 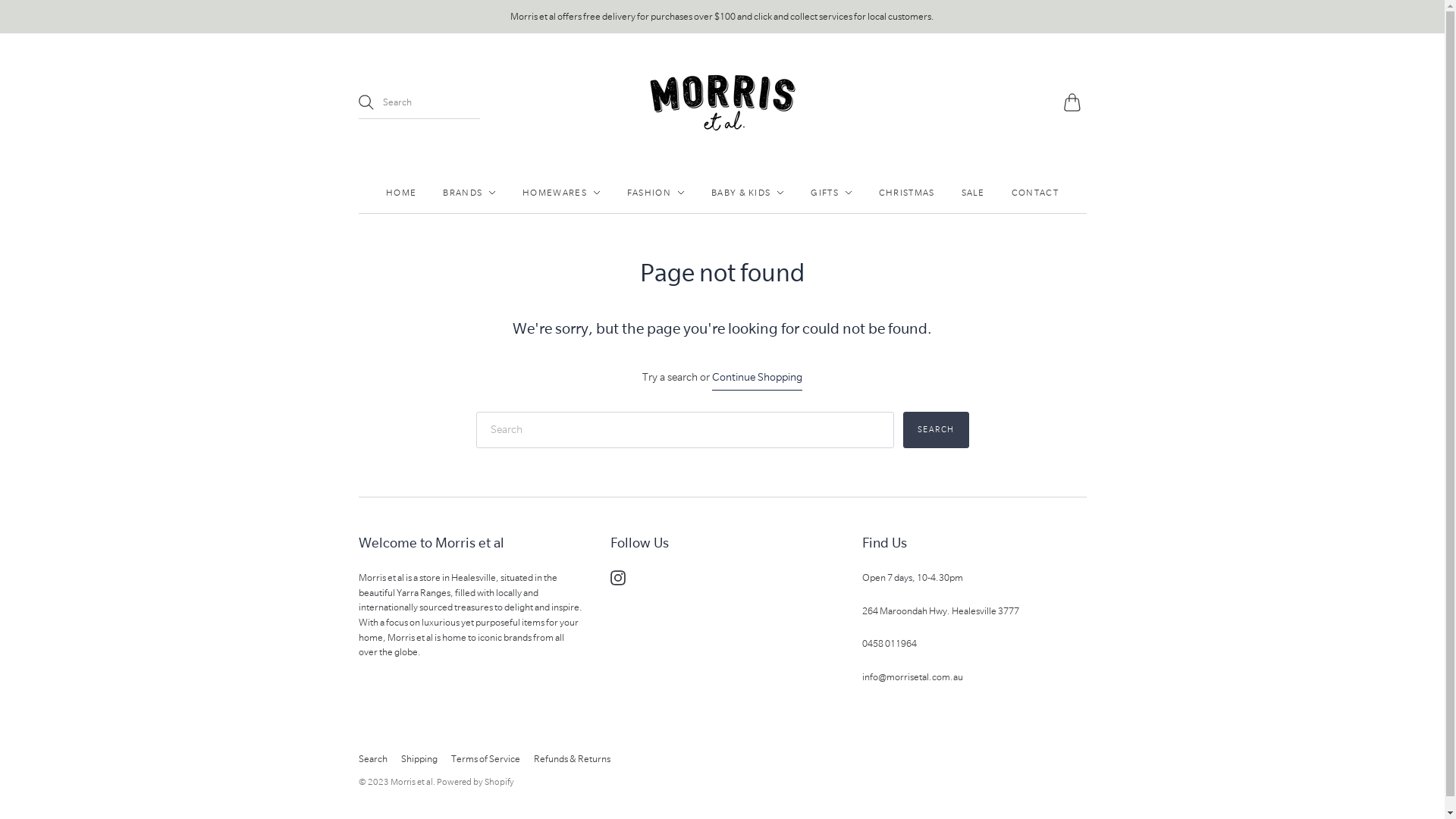 What do you see at coordinates (934, 430) in the screenshot?
I see `'Search'` at bounding box center [934, 430].